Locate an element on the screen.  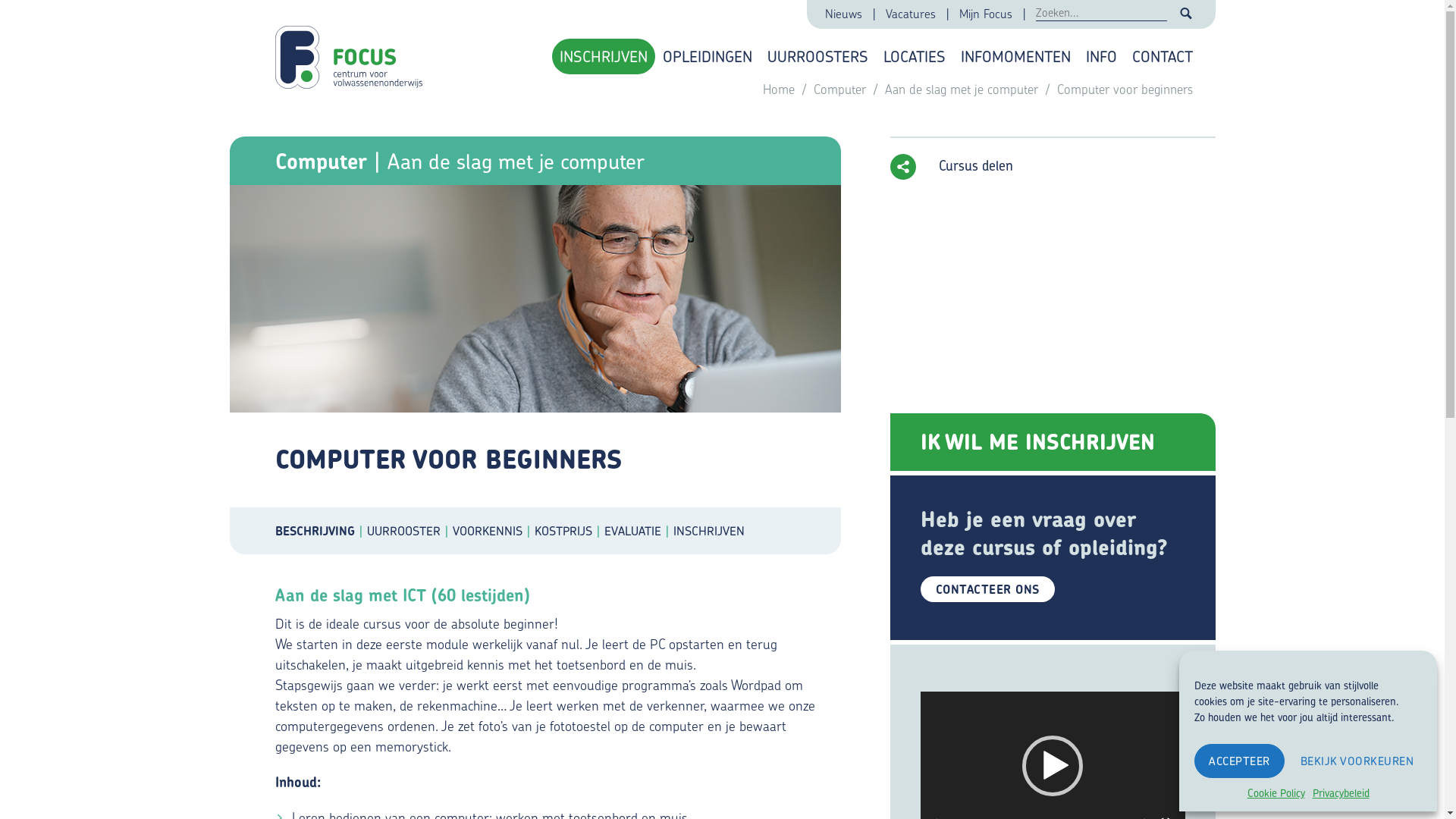
'Homepage CVO Focus' is located at coordinates (351, 49).